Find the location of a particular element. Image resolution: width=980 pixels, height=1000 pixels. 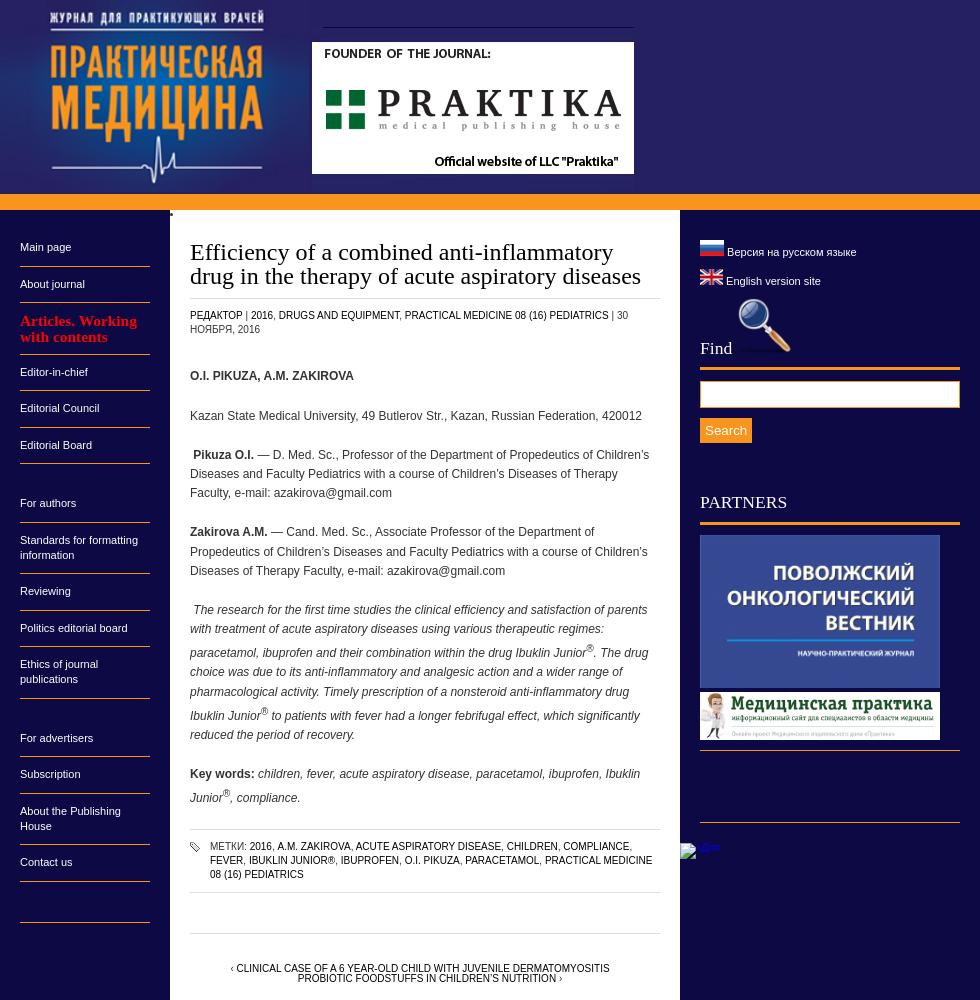

'English version site' is located at coordinates (723, 280).